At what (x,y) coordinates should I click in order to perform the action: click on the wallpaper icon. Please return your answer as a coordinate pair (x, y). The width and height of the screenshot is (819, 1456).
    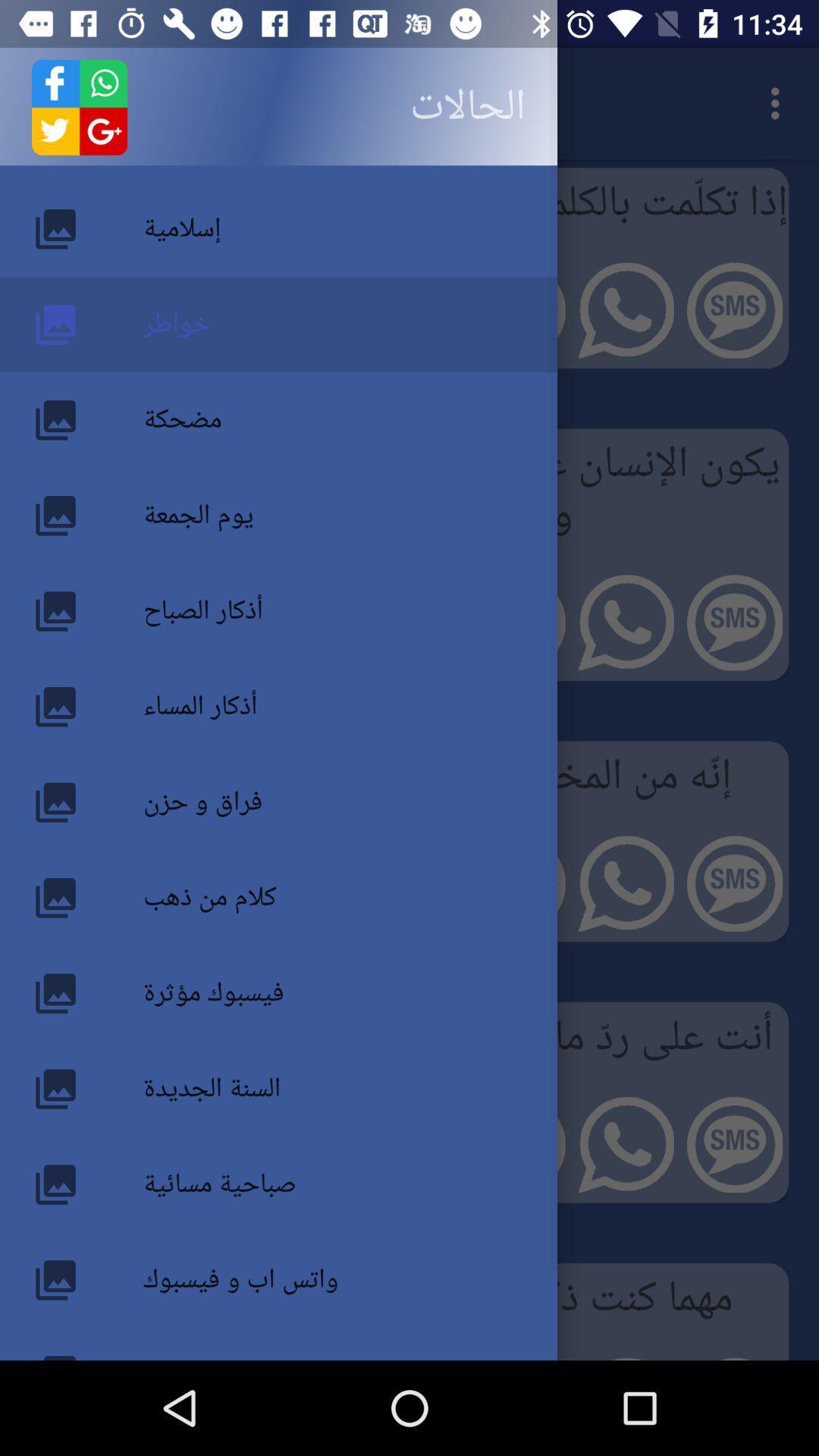
    Looking at the image, I should click on (87, 1272).